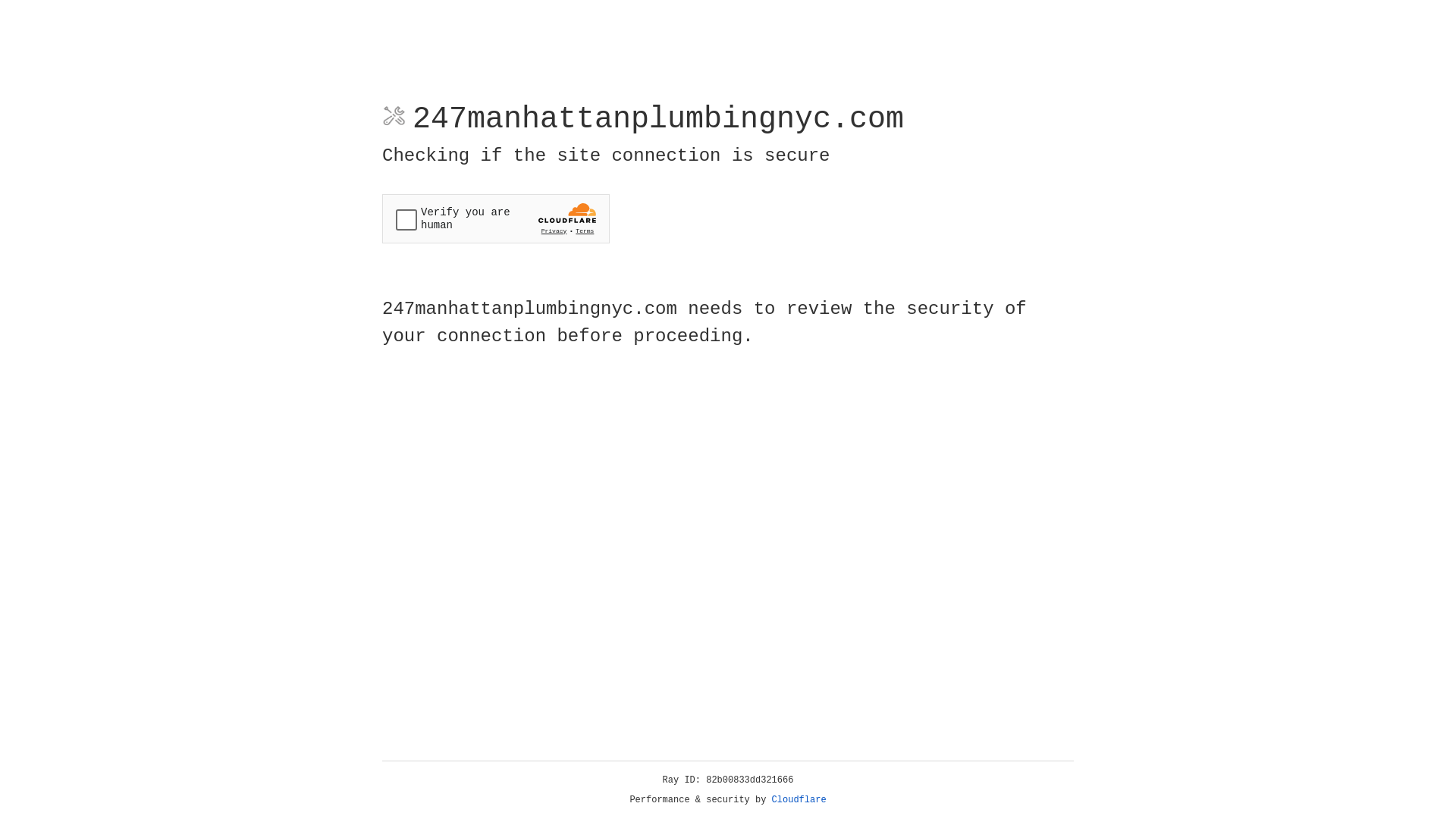 This screenshot has height=819, width=1456. What do you see at coordinates (495, 218) in the screenshot?
I see `'Widget containing a Cloudflare security challenge'` at bounding box center [495, 218].